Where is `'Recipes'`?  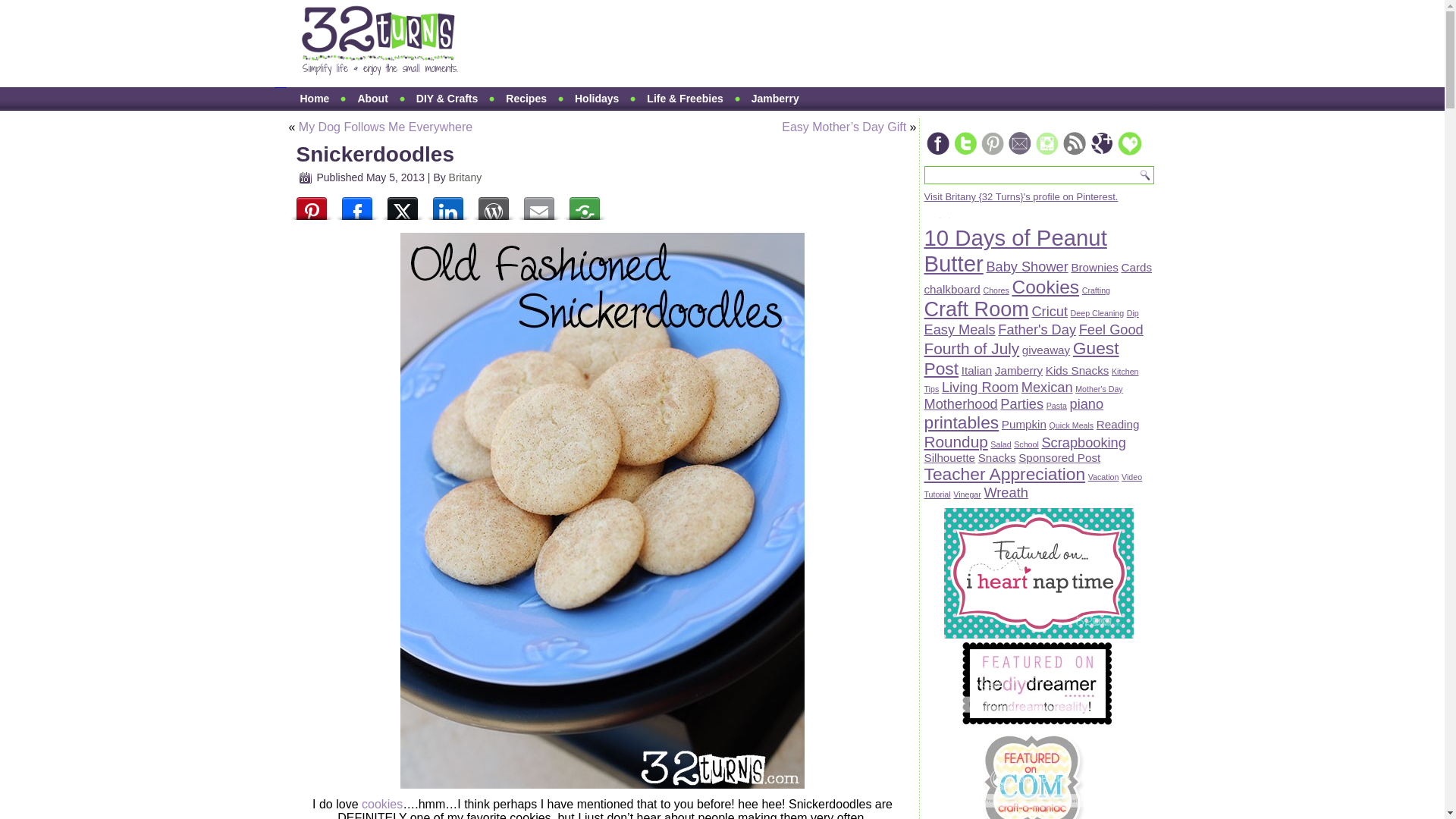 'Recipes' is located at coordinates (526, 99).